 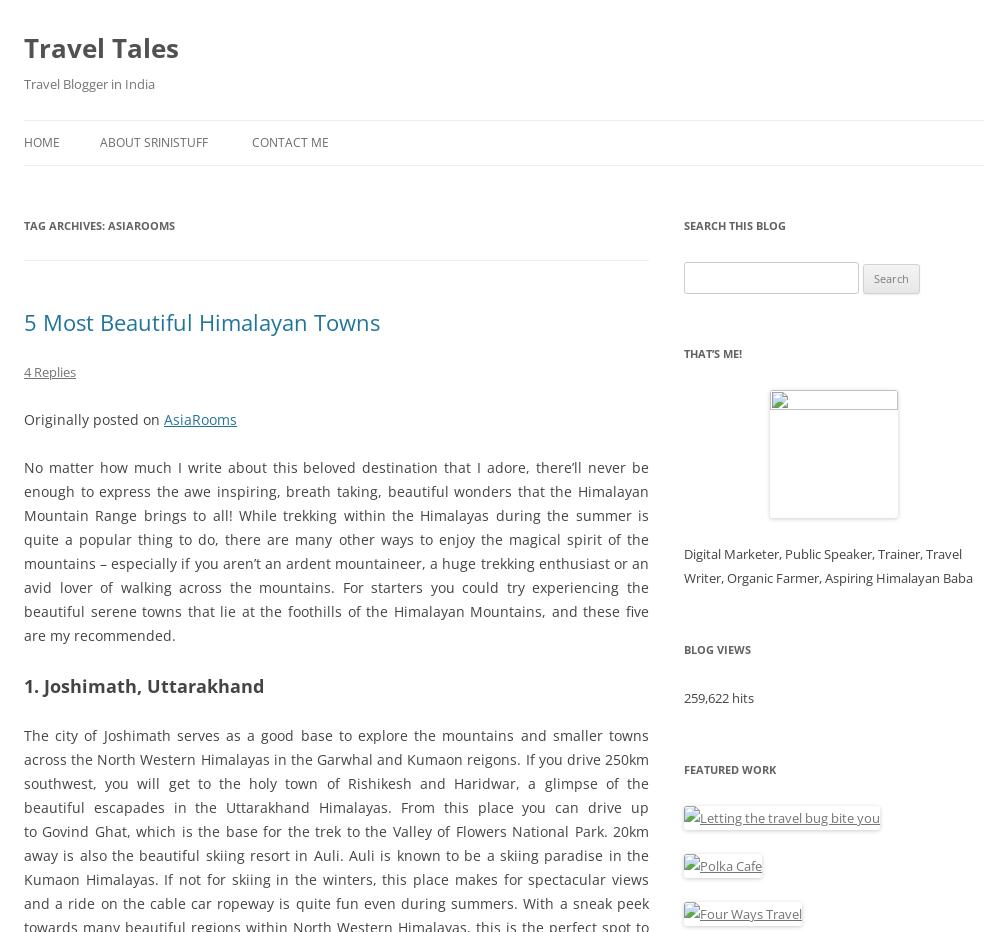 I want to click on 'That’s Me!', so click(x=684, y=352).